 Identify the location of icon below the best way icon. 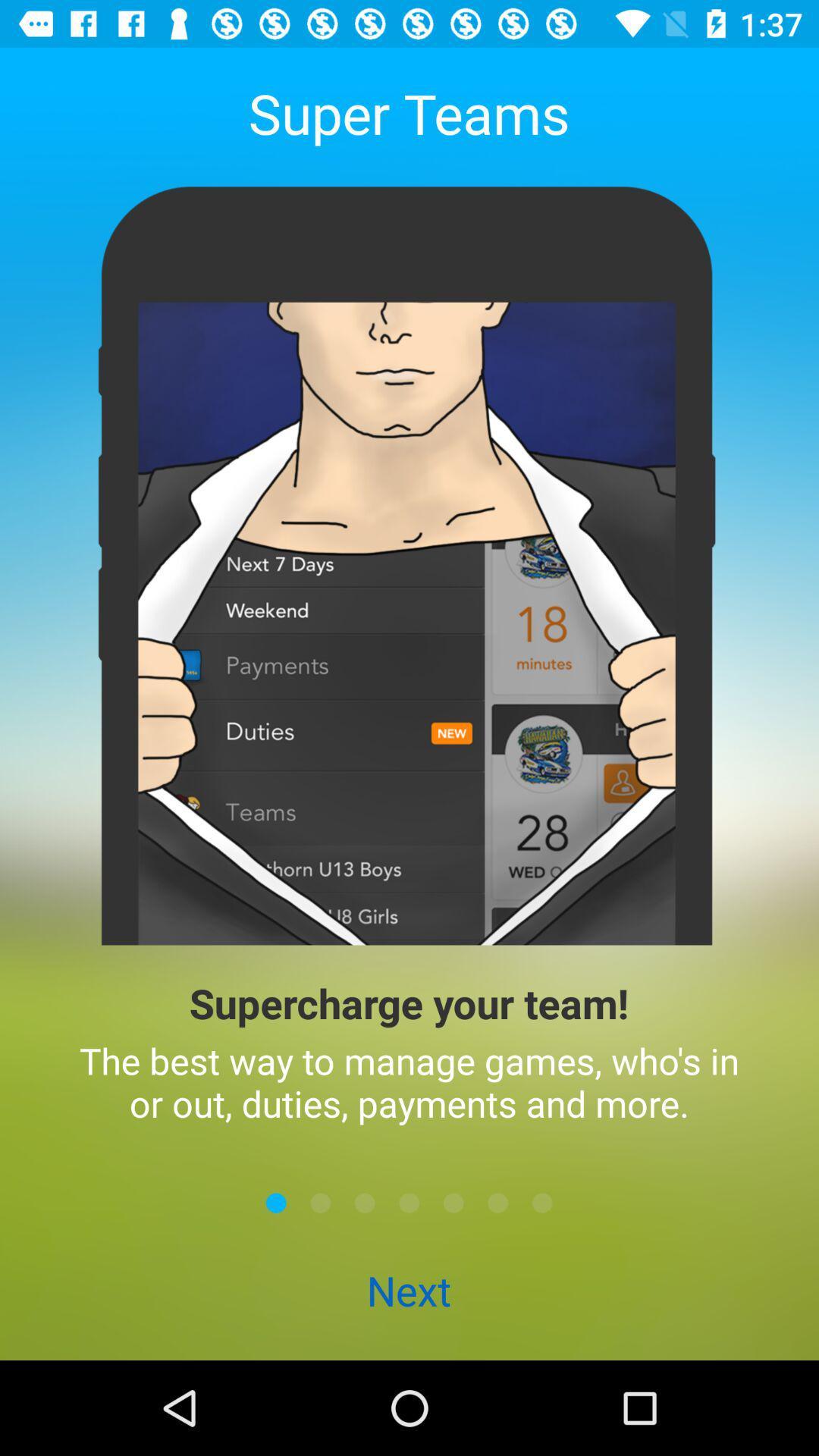
(409, 1202).